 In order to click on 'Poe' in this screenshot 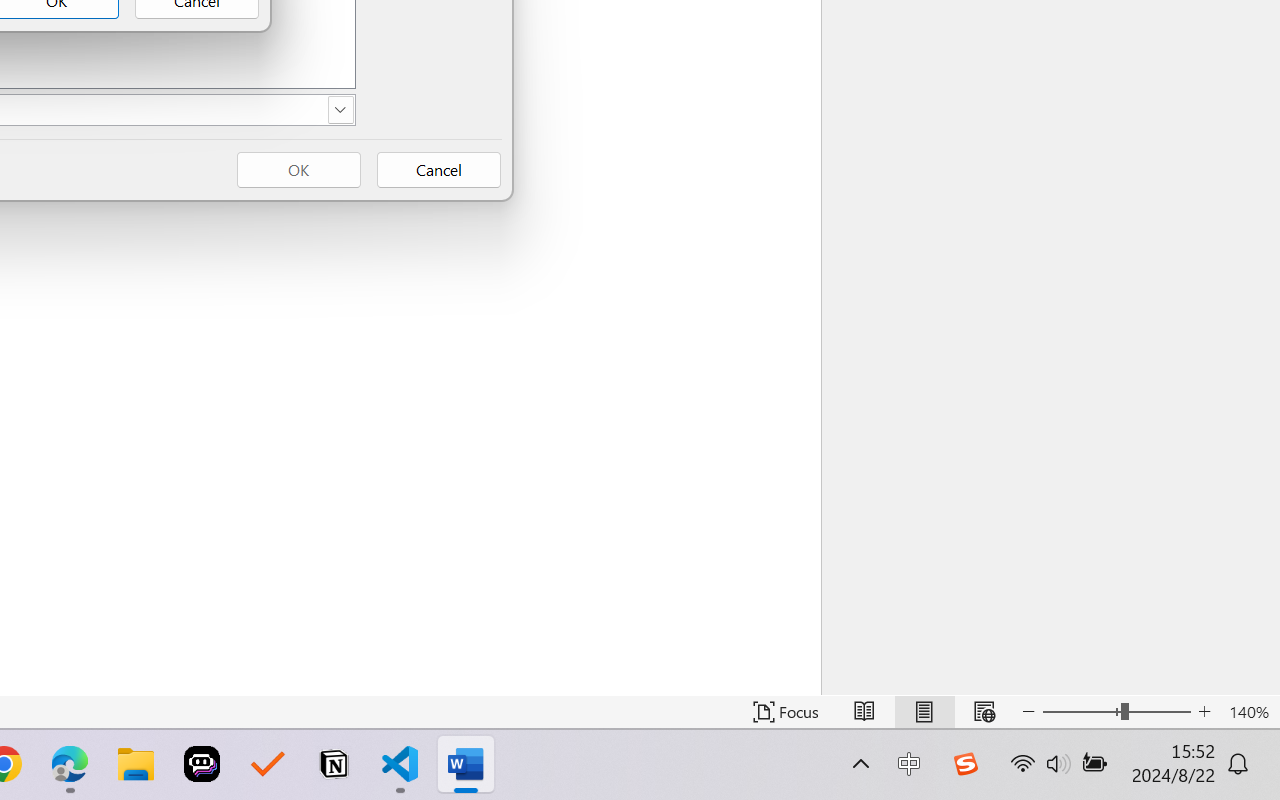, I will do `click(202, 764)`.